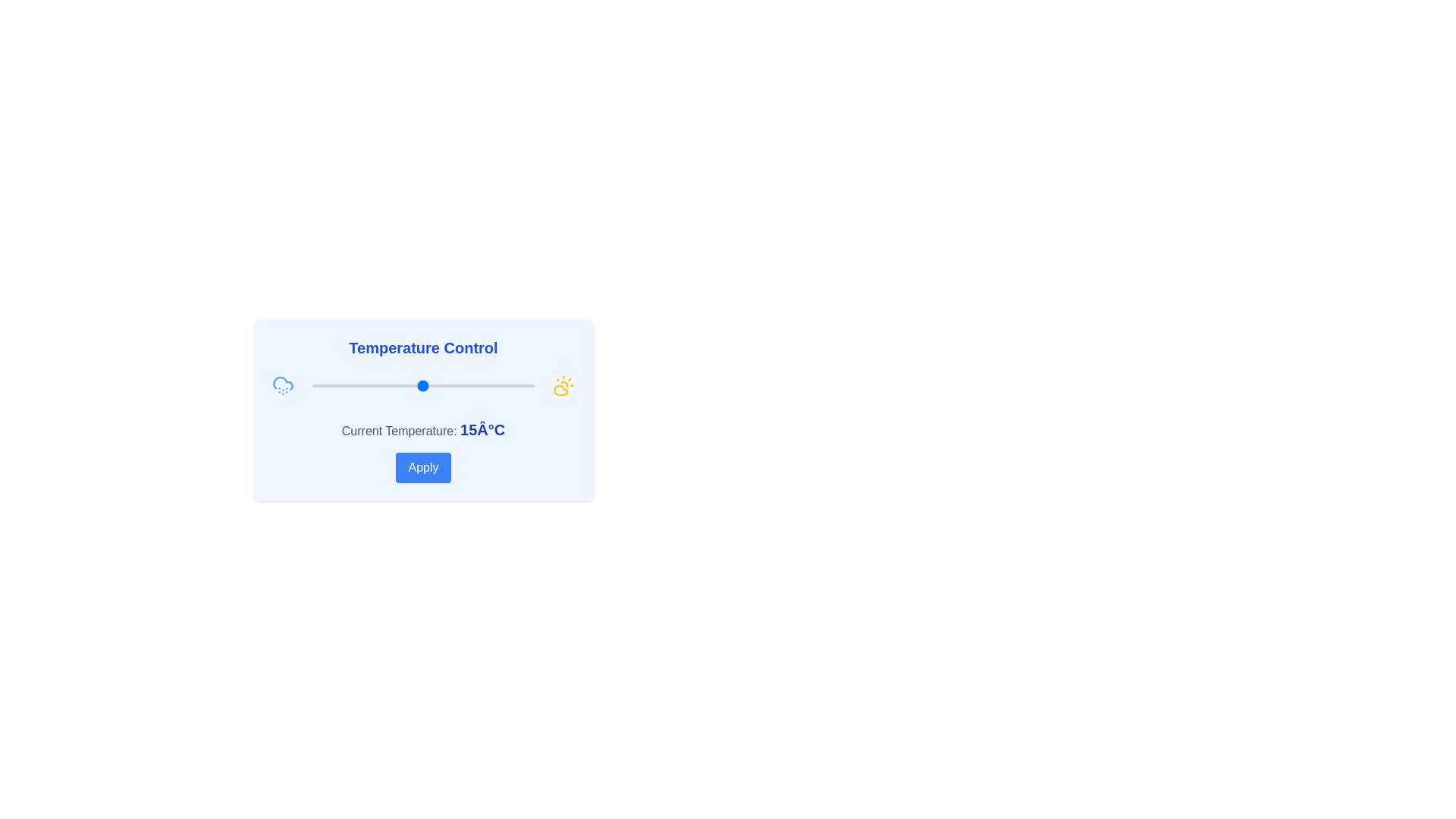 The image size is (1456, 819). What do you see at coordinates (356, 385) in the screenshot?
I see `the temperature to 0°C using the slider` at bounding box center [356, 385].